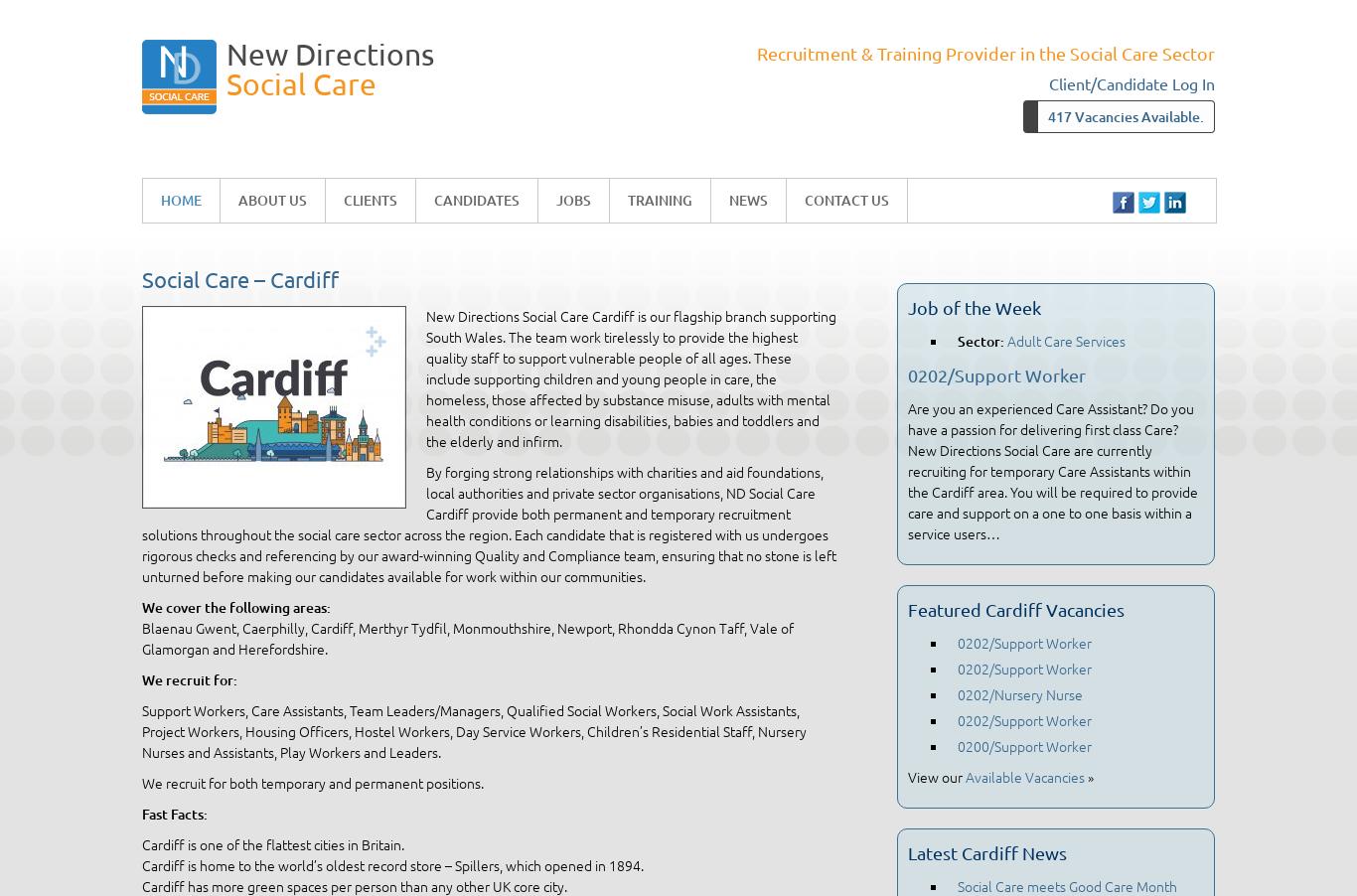 This screenshot has width=1357, height=896. What do you see at coordinates (936, 776) in the screenshot?
I see `'View our'` at bounding box center [936, 776].